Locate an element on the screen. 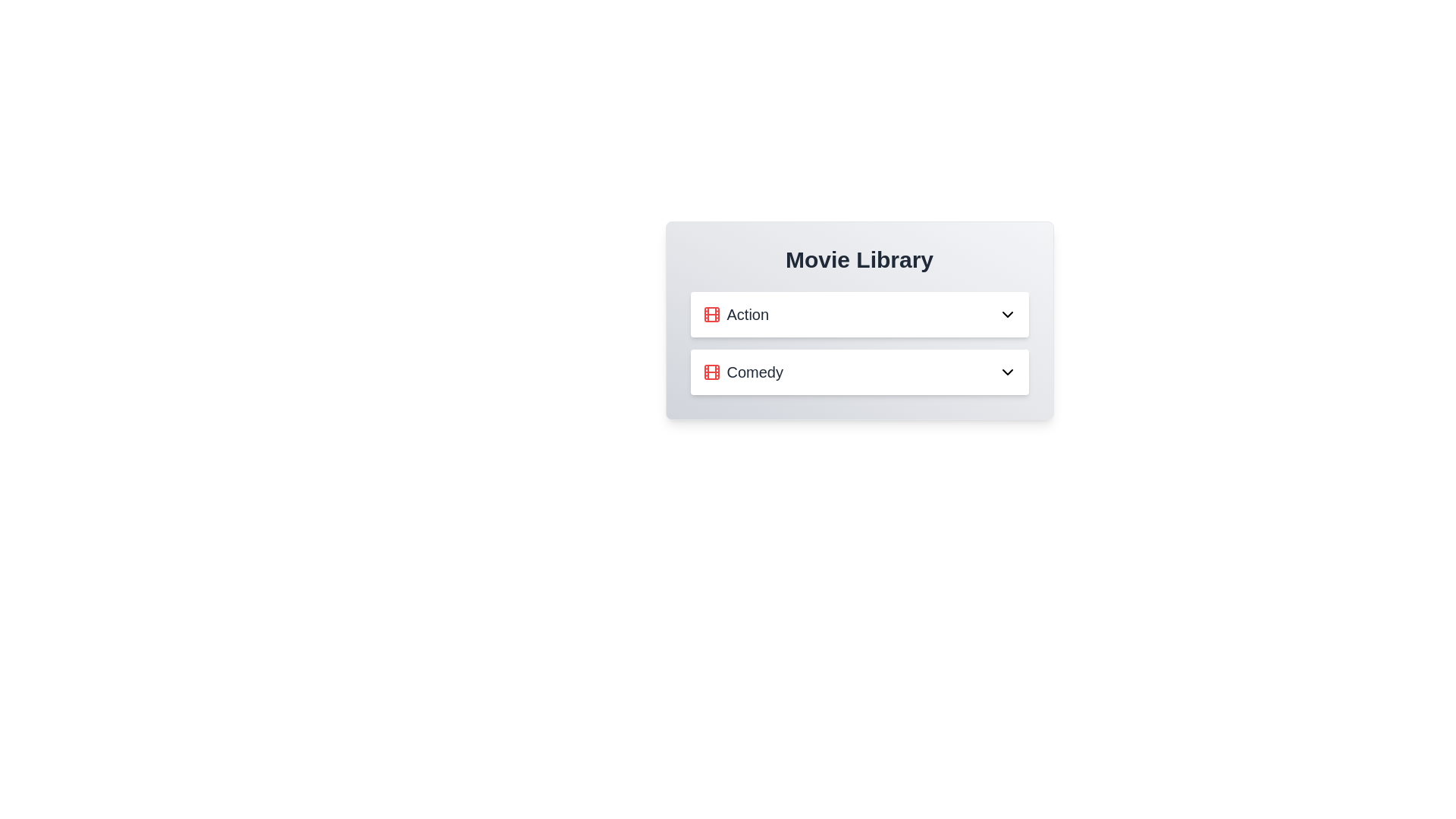 The width and height of the screenshot is (1456, 819). the Comedy Button to observe the hover effect is located at coordinates (859, 372).